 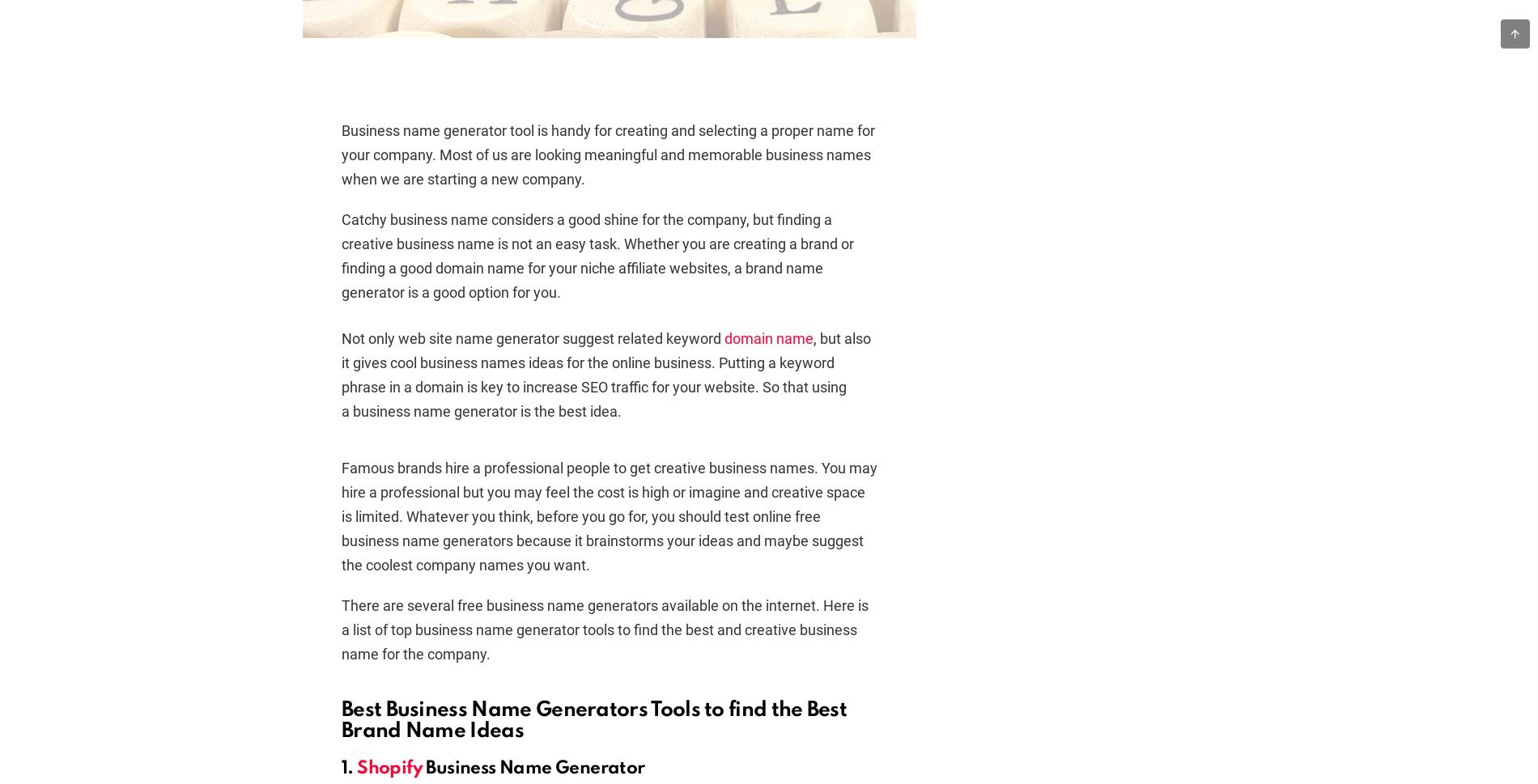 I want to click on 'Best Business Name Generators Tools to find the Best Brand Name Ideas', so click(x=593, y=720).